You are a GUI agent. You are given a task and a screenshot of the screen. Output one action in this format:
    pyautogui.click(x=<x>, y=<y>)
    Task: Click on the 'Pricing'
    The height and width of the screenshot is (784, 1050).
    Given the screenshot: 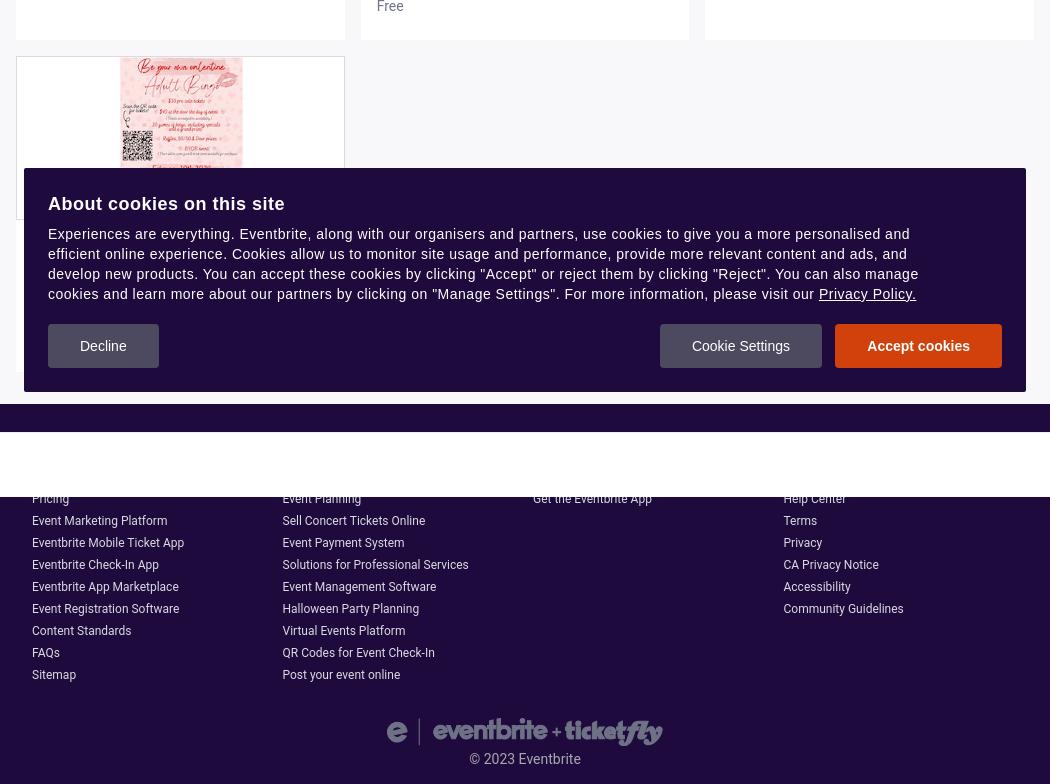 What is the action you would take?
    pyautogui.click(x=49, y=499)
    